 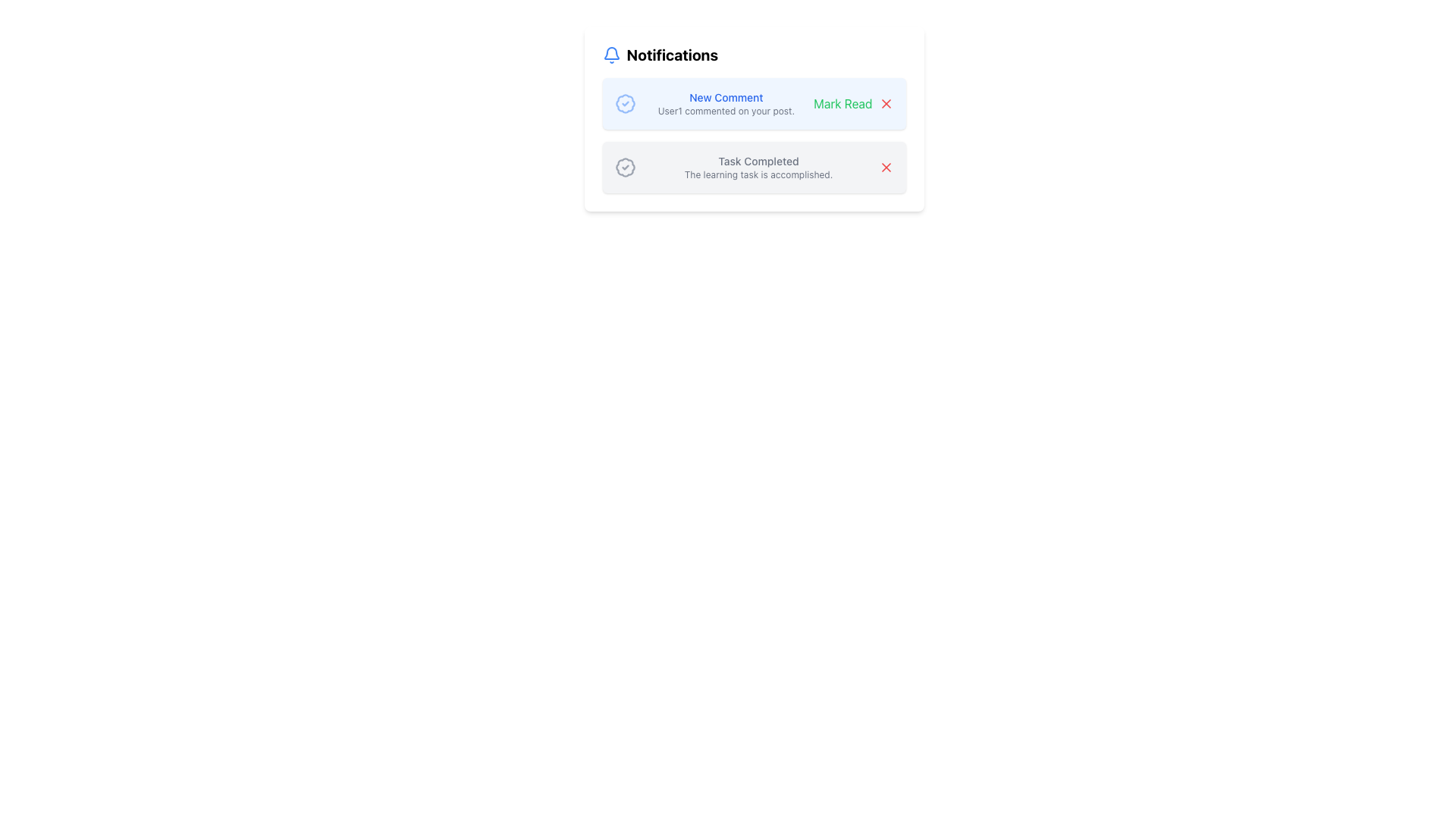 I want to click on the Text Label that identifies the notifications or messages section, located to the immediate right of the bell icon in the top section of the interface, so click(x=671, y=55).